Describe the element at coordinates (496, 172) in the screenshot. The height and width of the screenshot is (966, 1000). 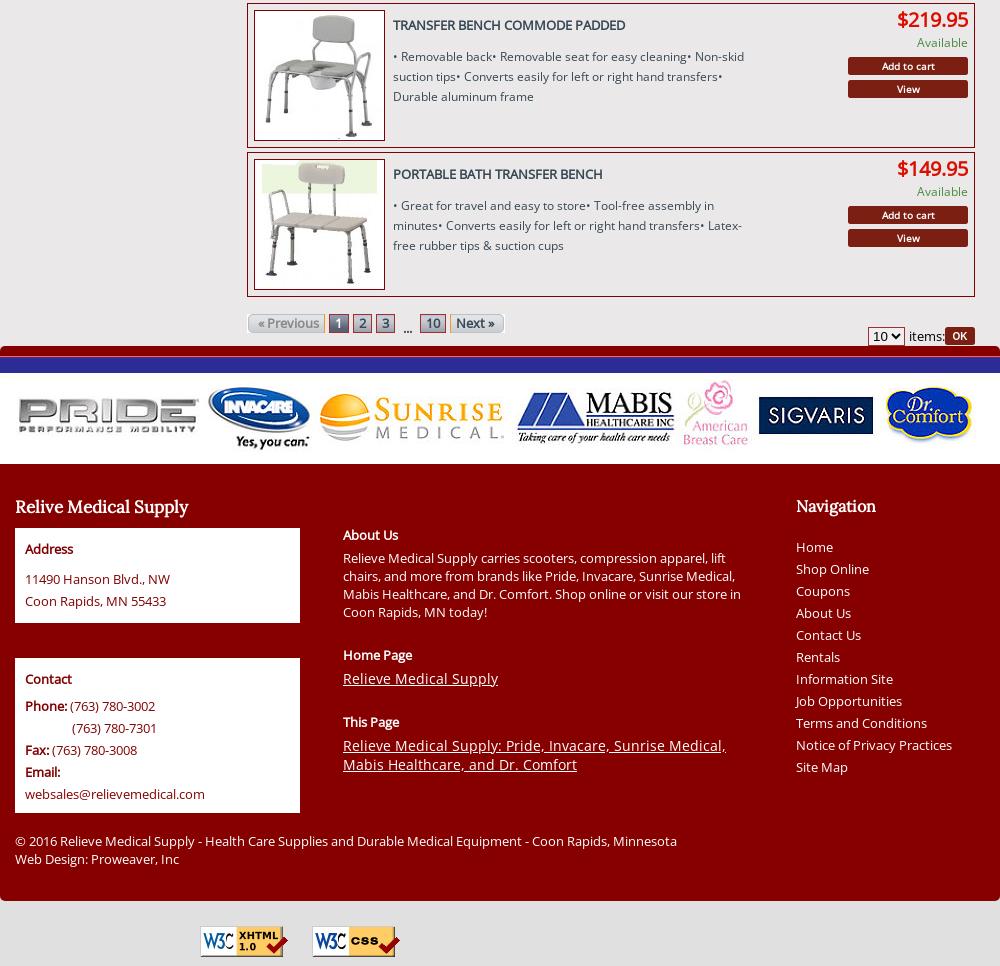
I see `'PORTABLE BATH TRANSFER BENCH'` at that location.